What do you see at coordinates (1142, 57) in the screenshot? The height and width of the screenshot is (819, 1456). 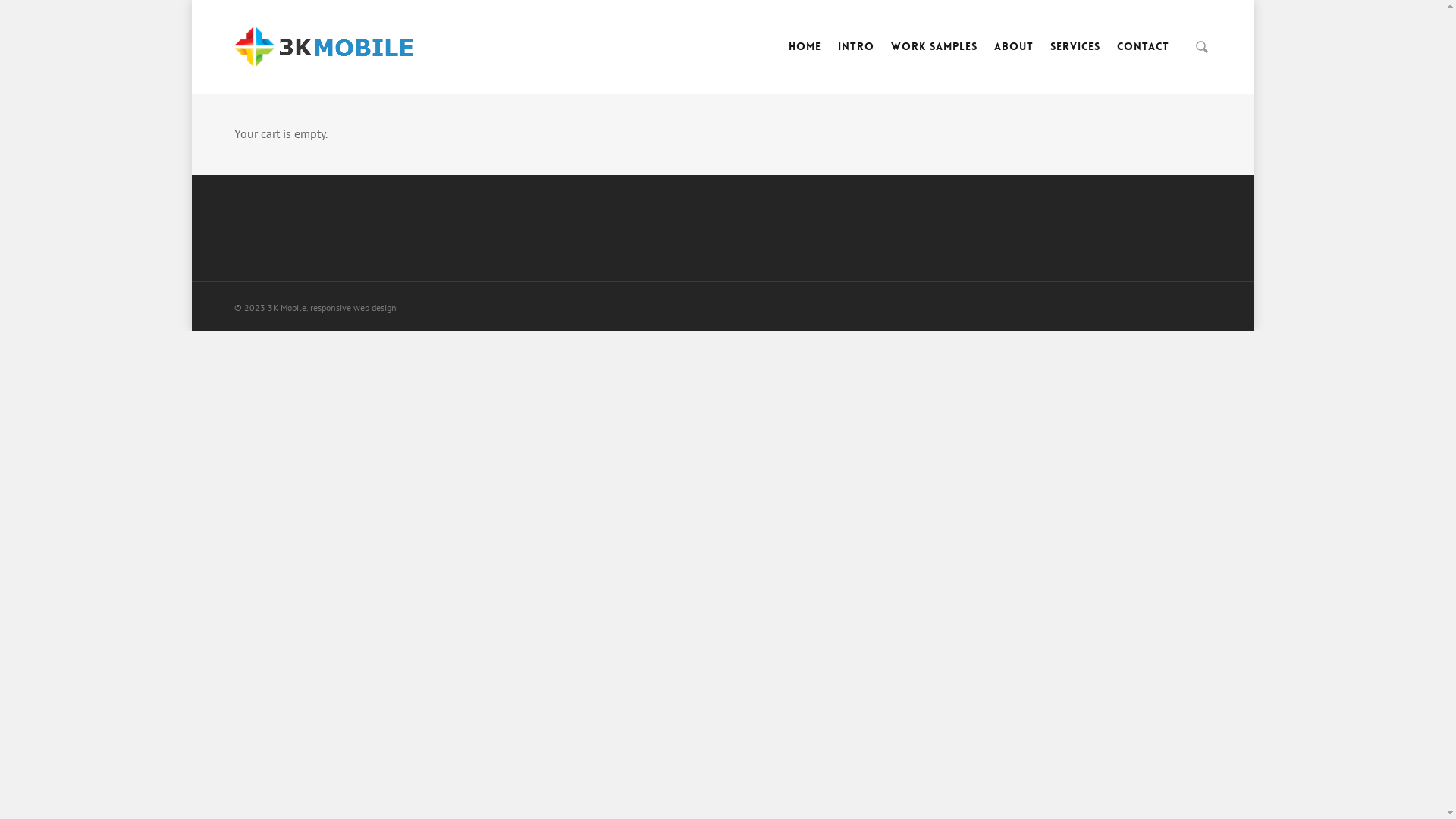 I see `'Contact'` at bounding box center [1142, 57].